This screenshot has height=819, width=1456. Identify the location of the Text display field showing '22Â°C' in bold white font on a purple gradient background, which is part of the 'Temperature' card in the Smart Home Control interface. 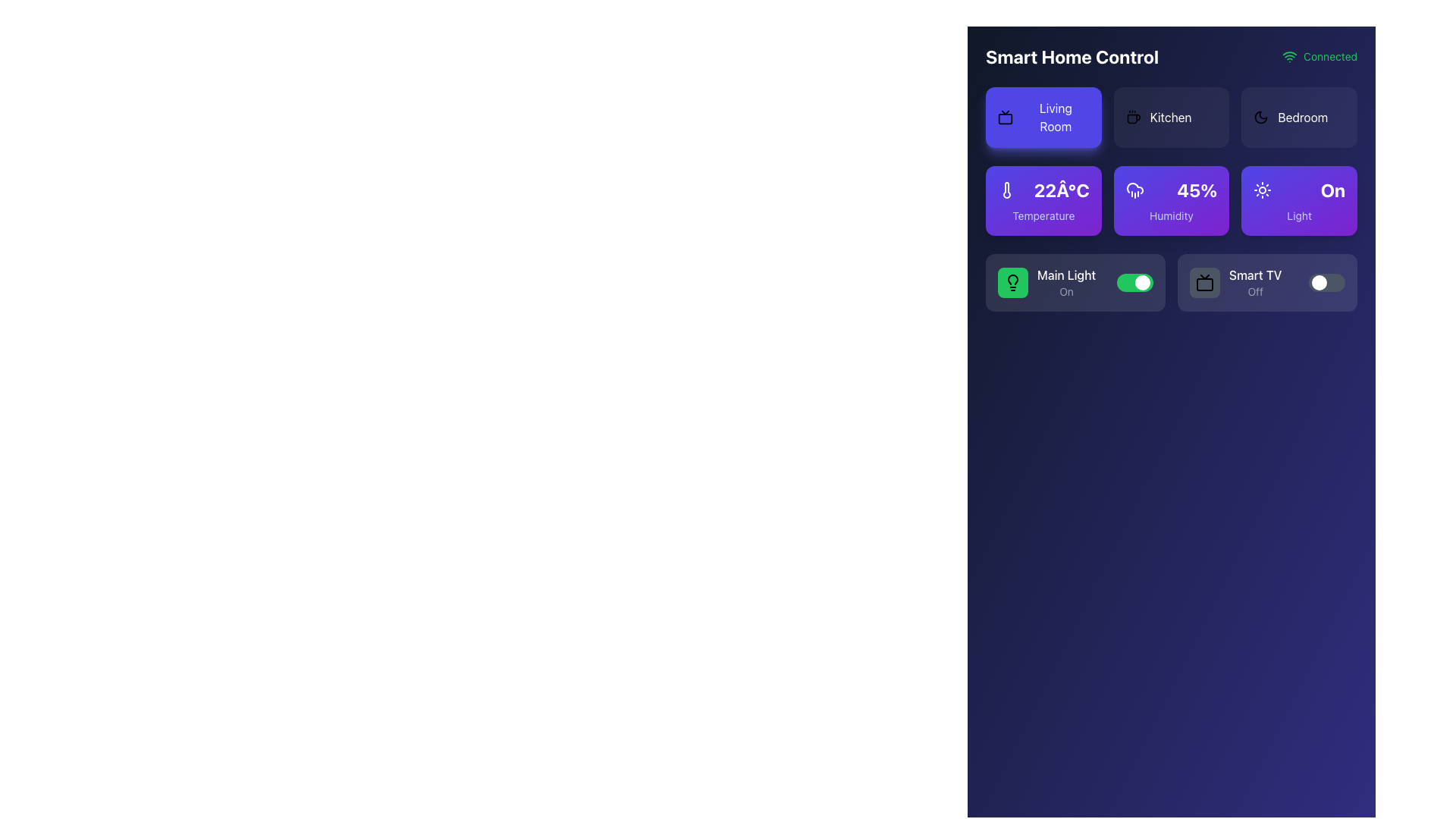
(1043, 189).